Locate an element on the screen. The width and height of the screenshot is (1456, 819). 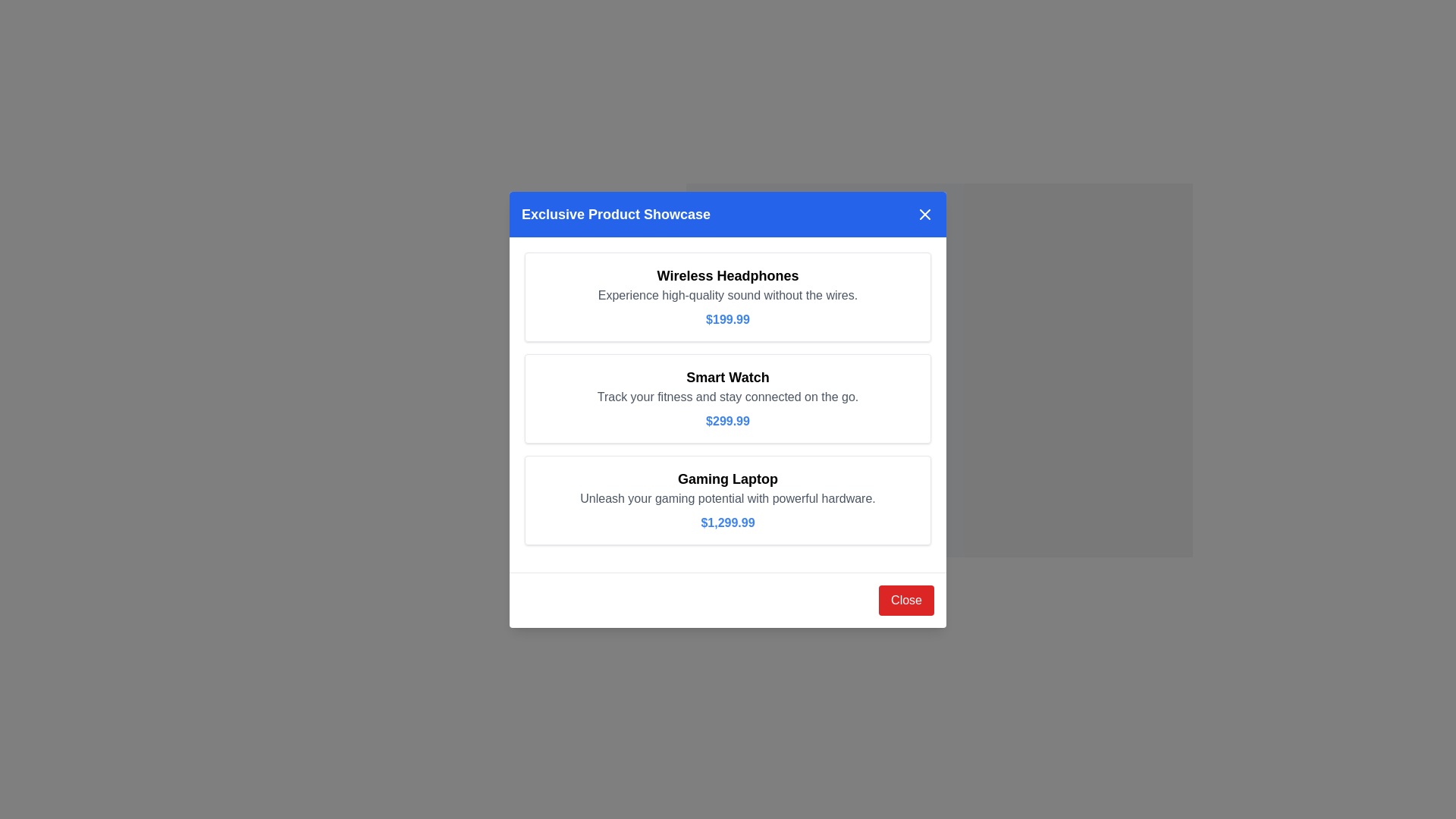
text string styled in gray, medium-sized font that reads 'Track your fitness and stay connected on the go.' This text is located in the center of the modal dialog box, below the title 'Smart Watch.' is located at coordinates (728, 396).